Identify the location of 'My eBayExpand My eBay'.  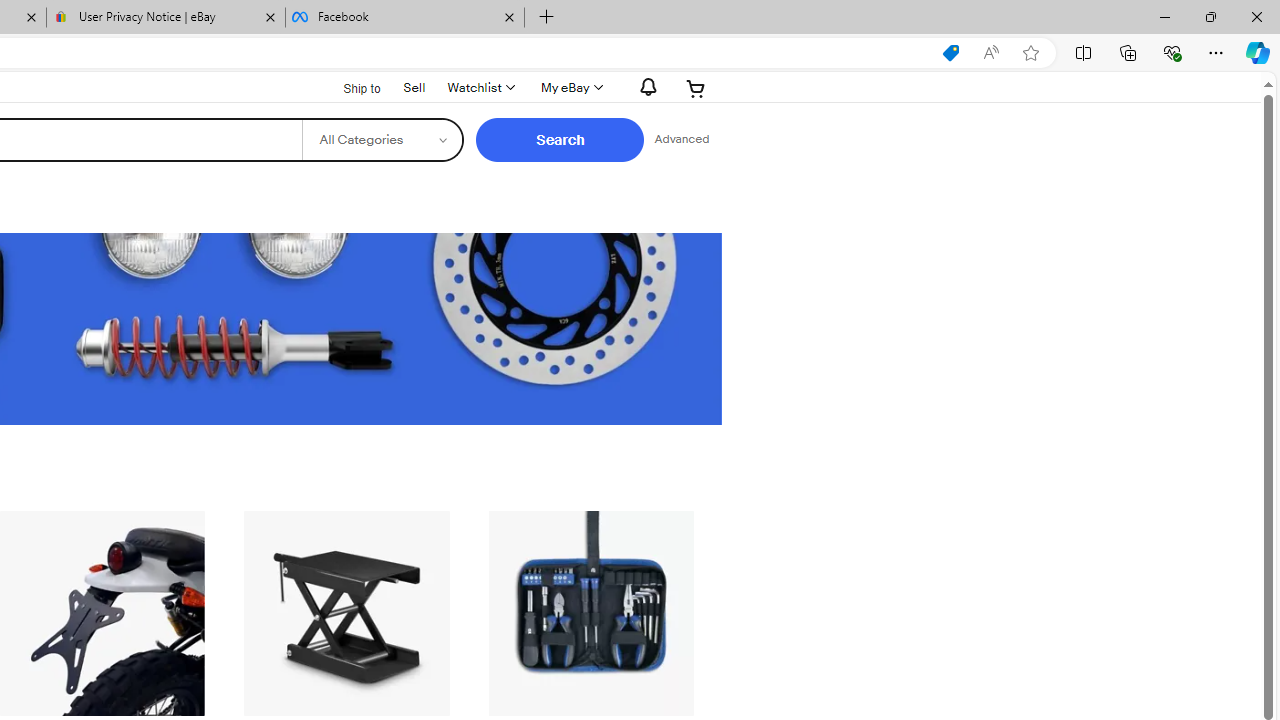
(569, 87).